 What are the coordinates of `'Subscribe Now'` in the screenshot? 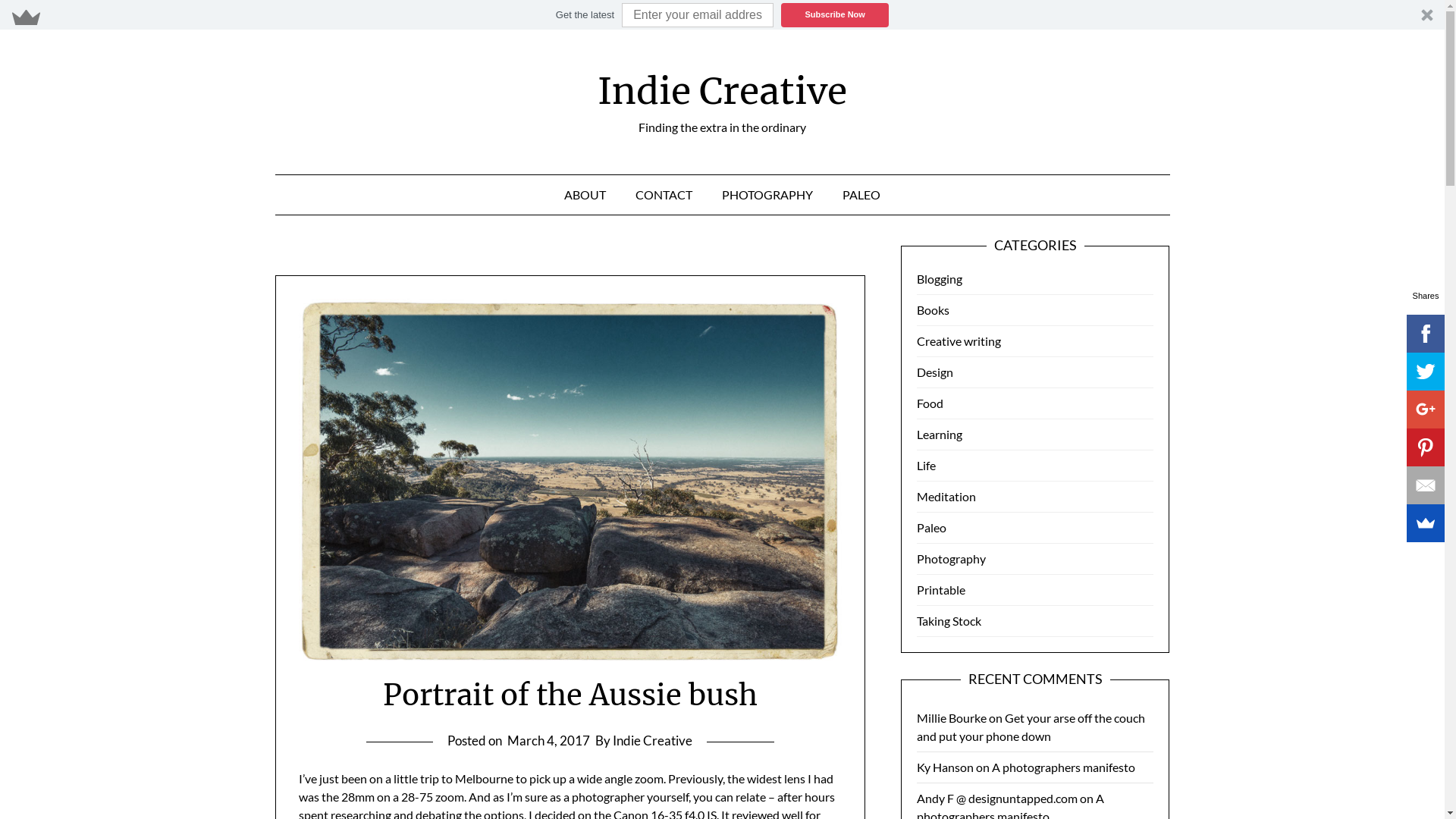 It's located at (833, 14).